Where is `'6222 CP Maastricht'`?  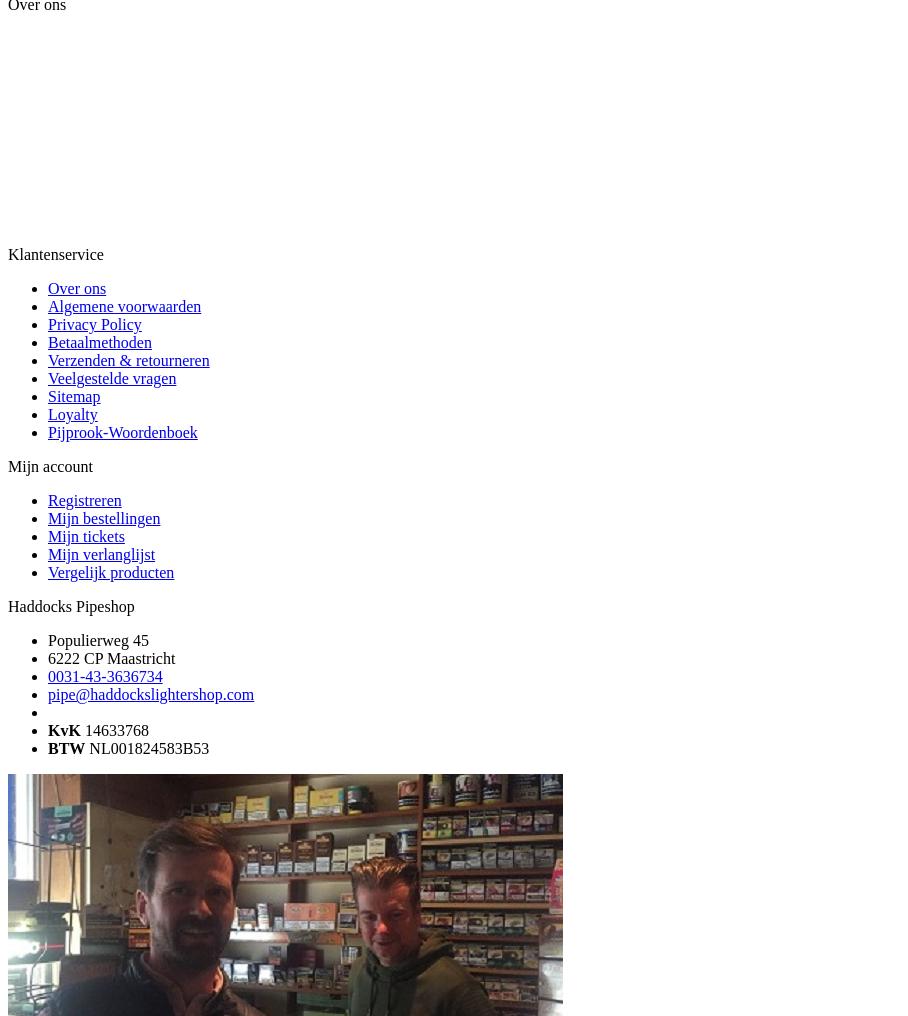
'6222 CP Maastricht' is located at coordinates (48, 657).